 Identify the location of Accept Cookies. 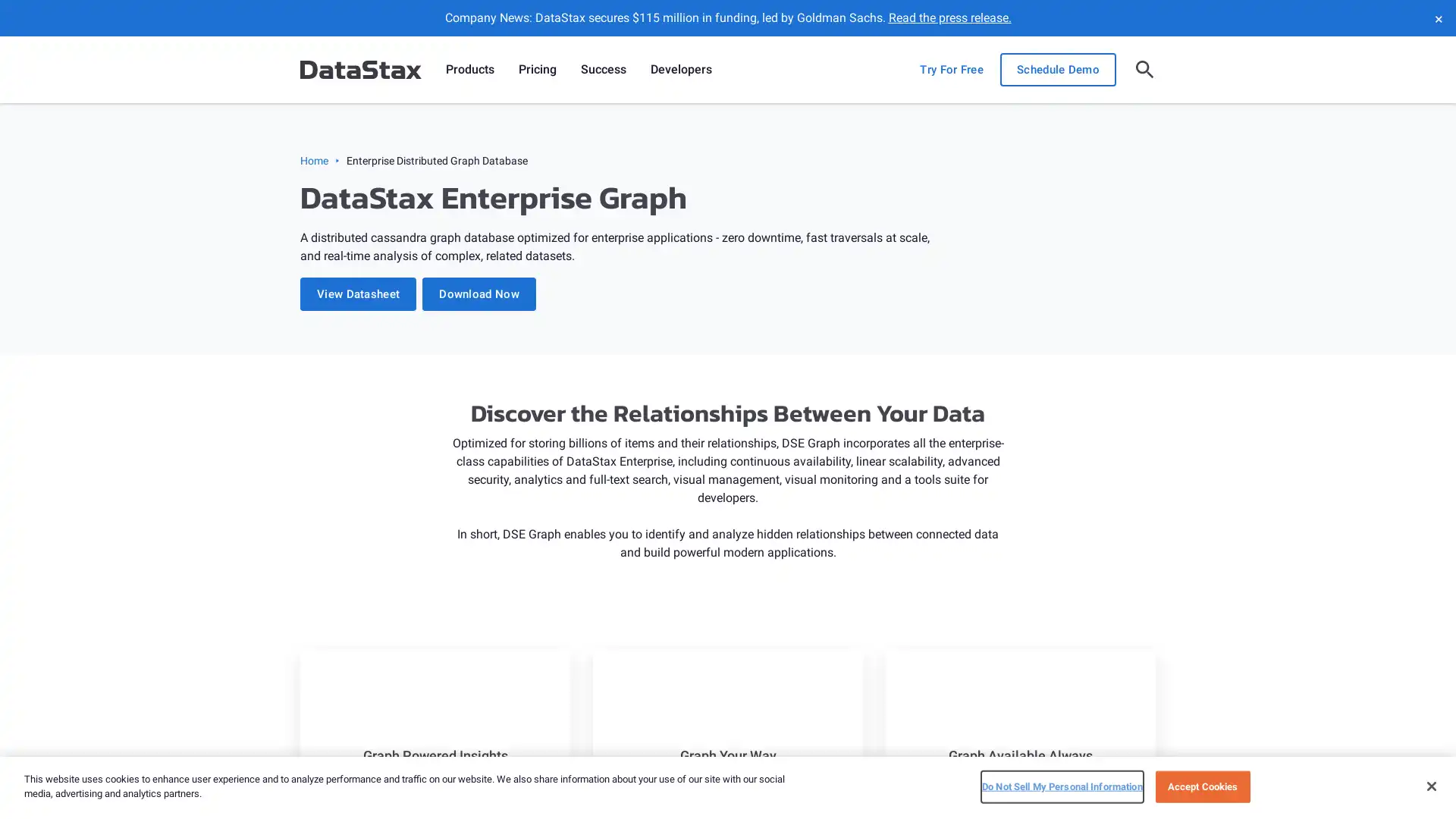
(1201, 786).